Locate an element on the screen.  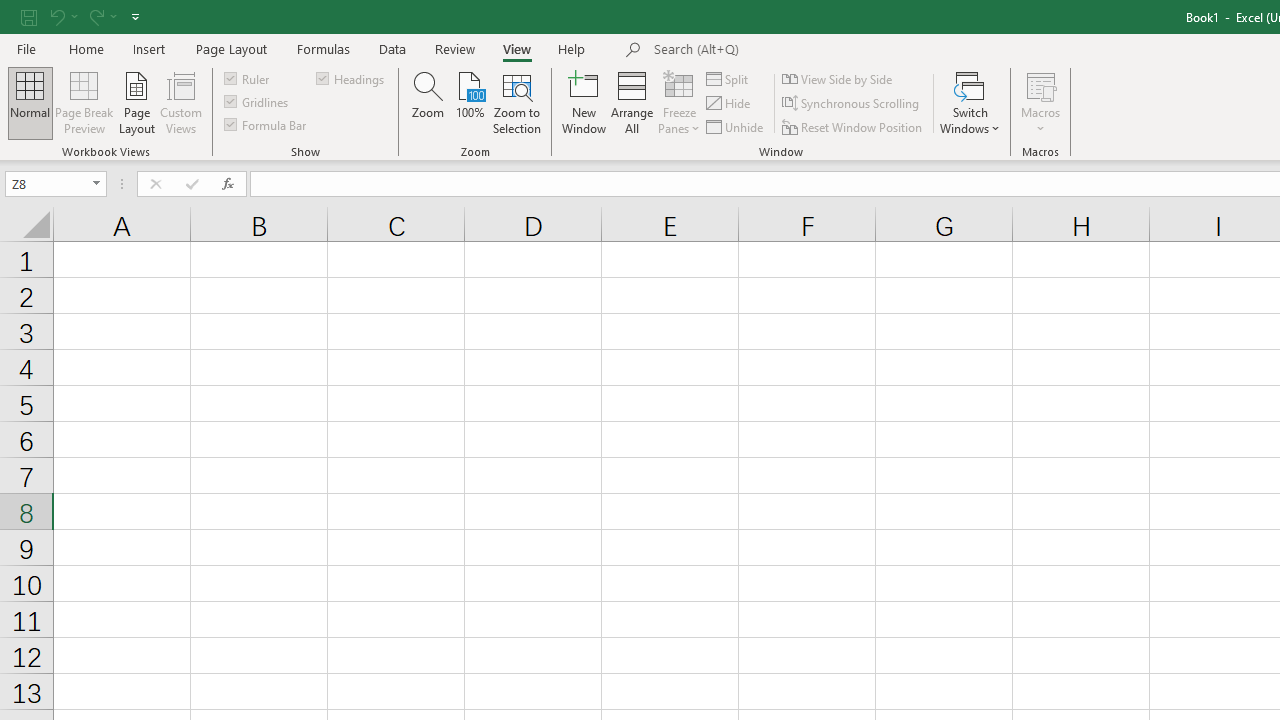
'Reset Window Position' is located at coordinates (854, 127).